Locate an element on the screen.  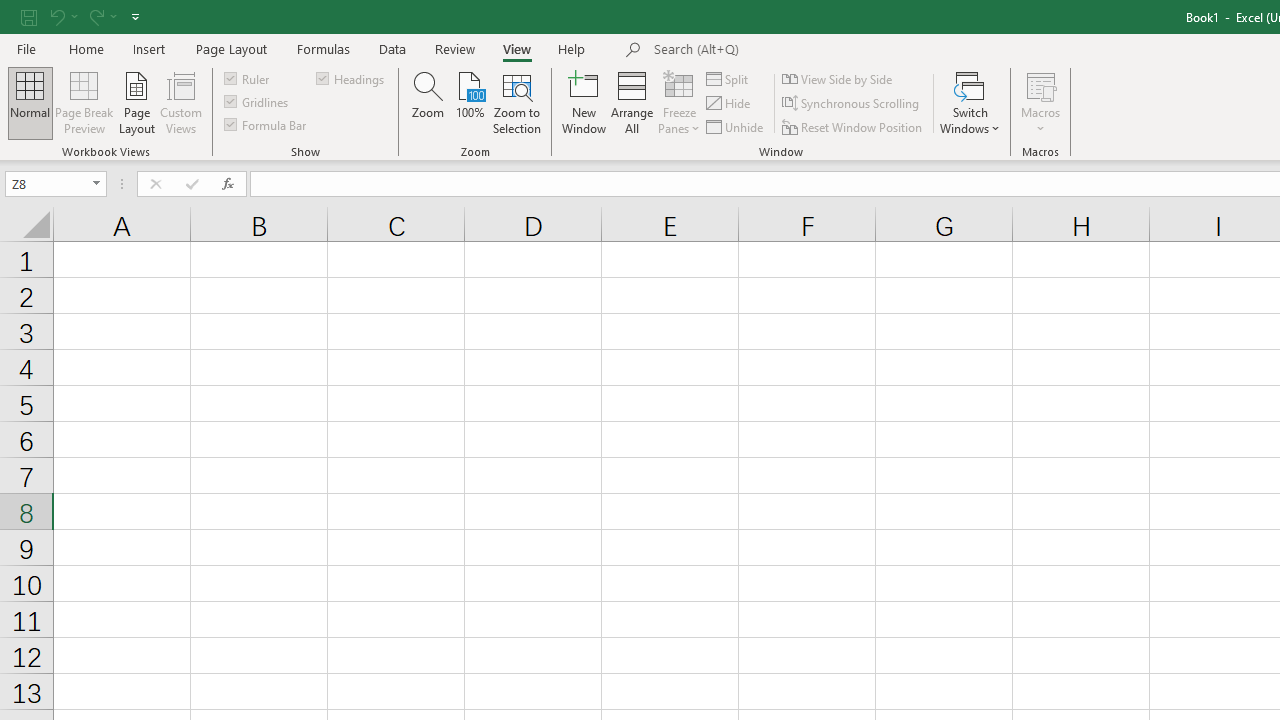
'Reset Window Position' is located at coordinates (854, 127).